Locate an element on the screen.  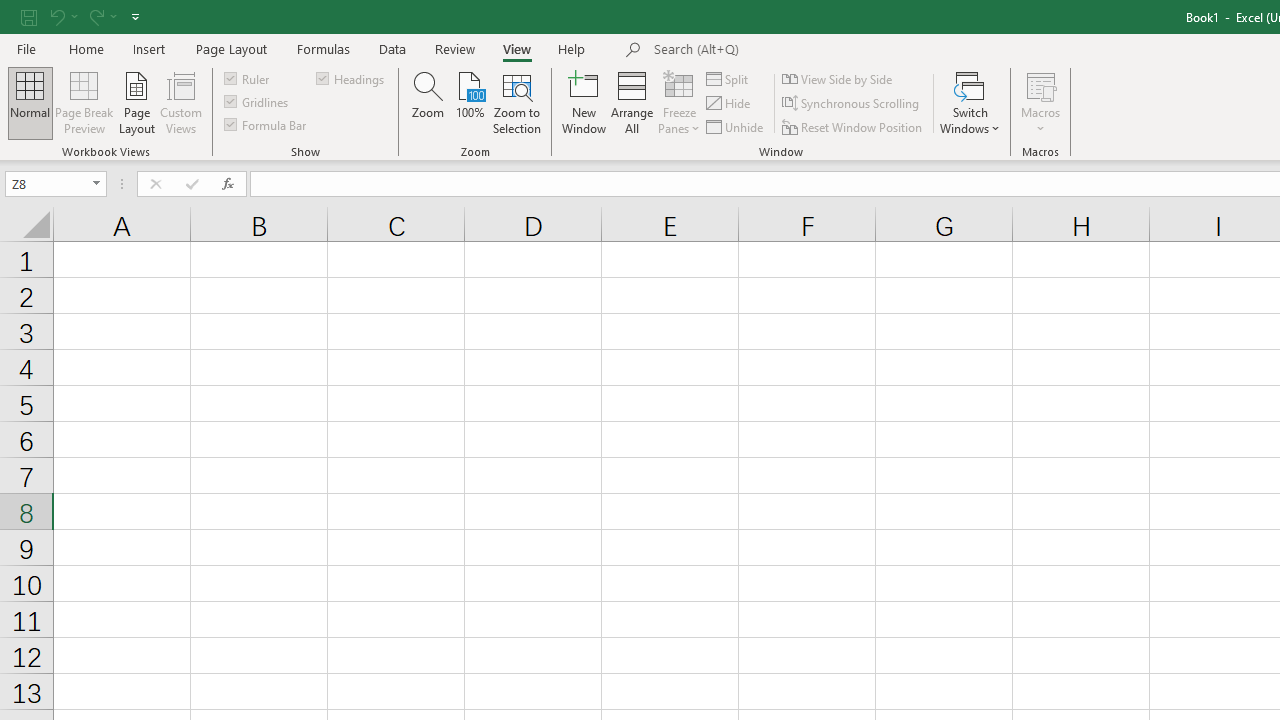
'Reset Window Position' is located at coordinates (854, 127).